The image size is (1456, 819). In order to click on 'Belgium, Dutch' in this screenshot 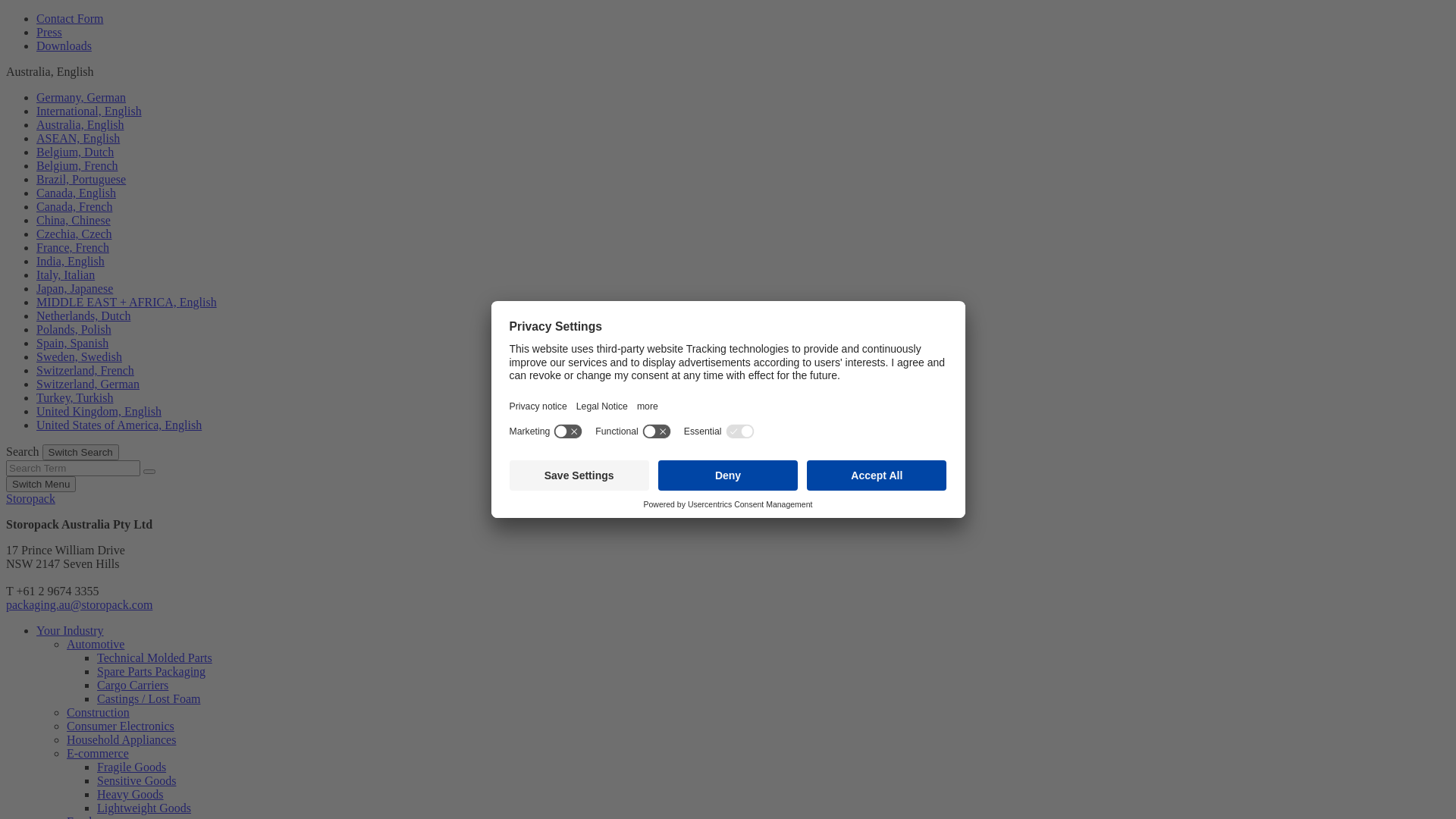, I will do `click(74, 152)`.